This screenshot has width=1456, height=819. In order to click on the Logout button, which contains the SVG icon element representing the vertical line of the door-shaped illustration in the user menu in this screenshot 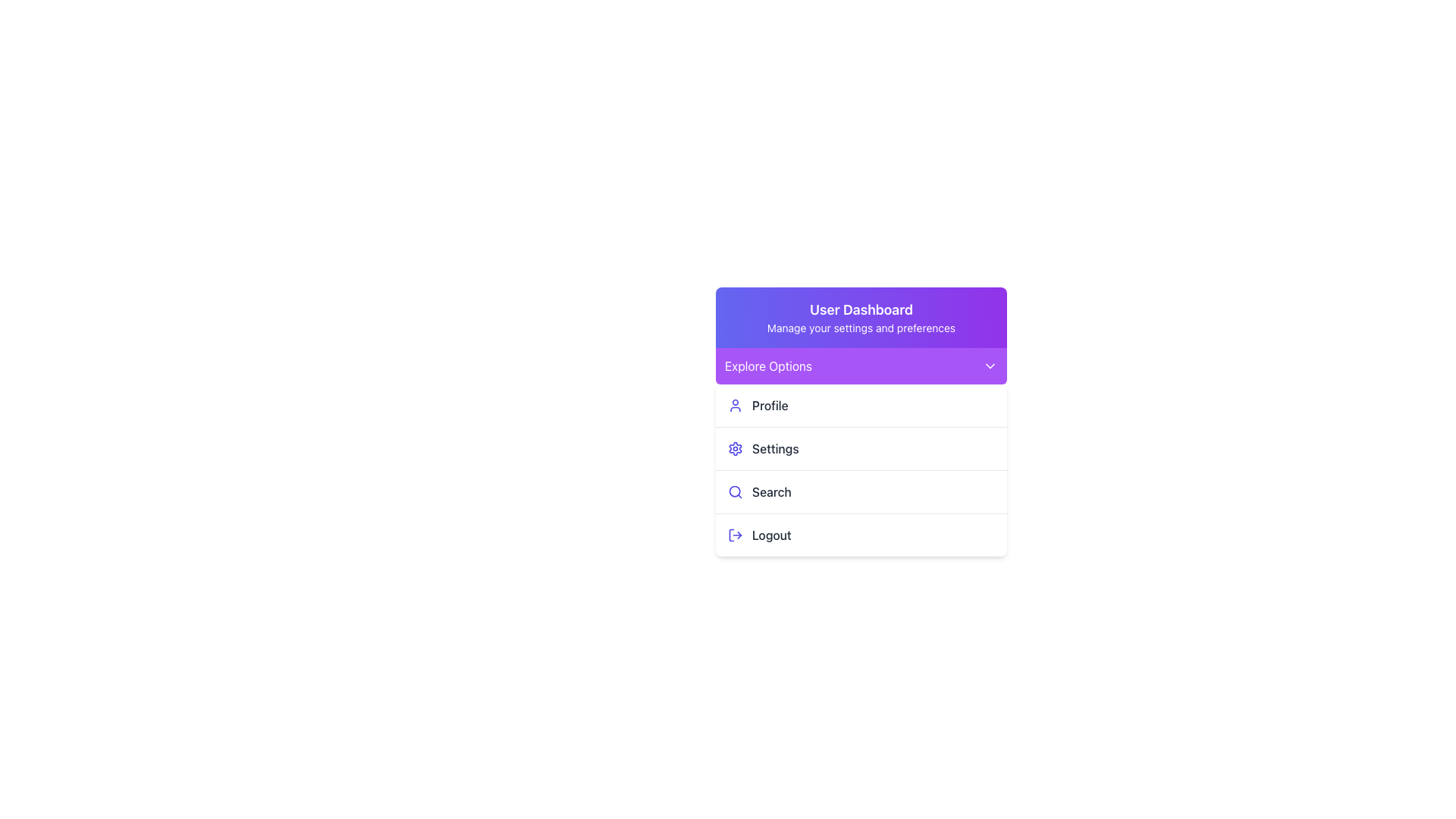, I will do `click(731, 534)`.